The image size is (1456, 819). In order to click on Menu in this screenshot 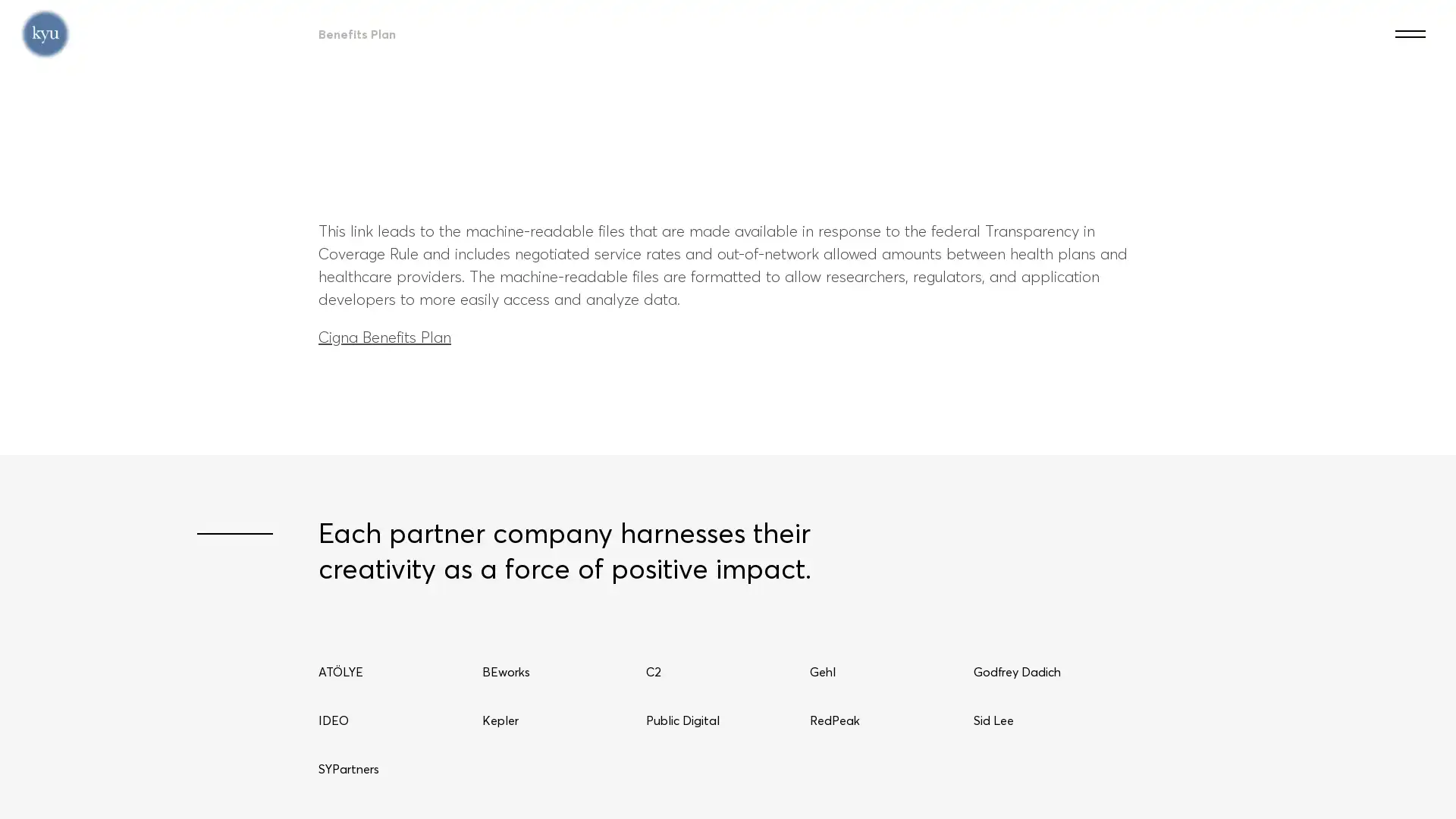, I will do `click(1410, 34)`.